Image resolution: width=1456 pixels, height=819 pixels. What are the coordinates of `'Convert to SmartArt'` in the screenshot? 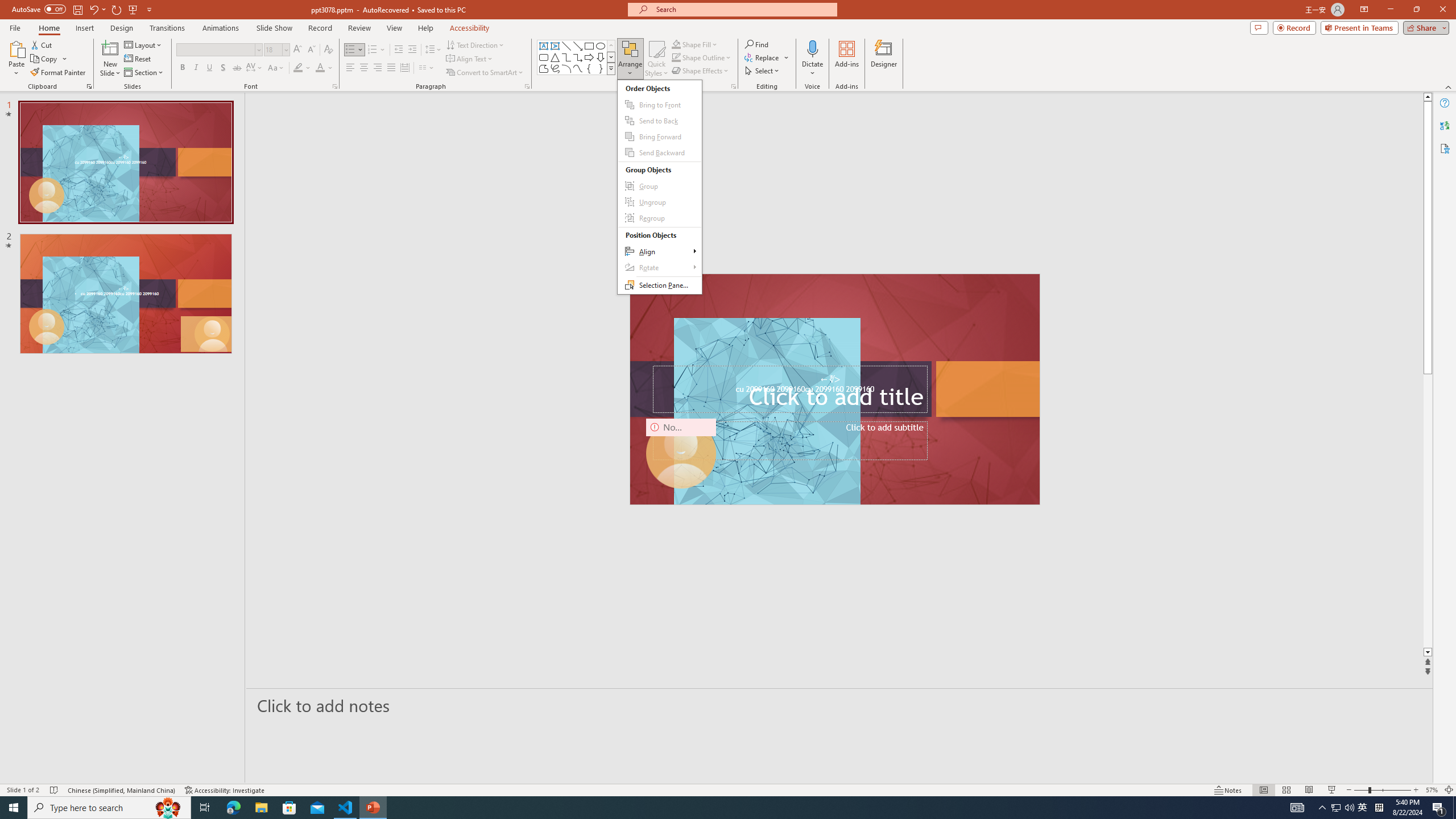 It's located at (485, 72).